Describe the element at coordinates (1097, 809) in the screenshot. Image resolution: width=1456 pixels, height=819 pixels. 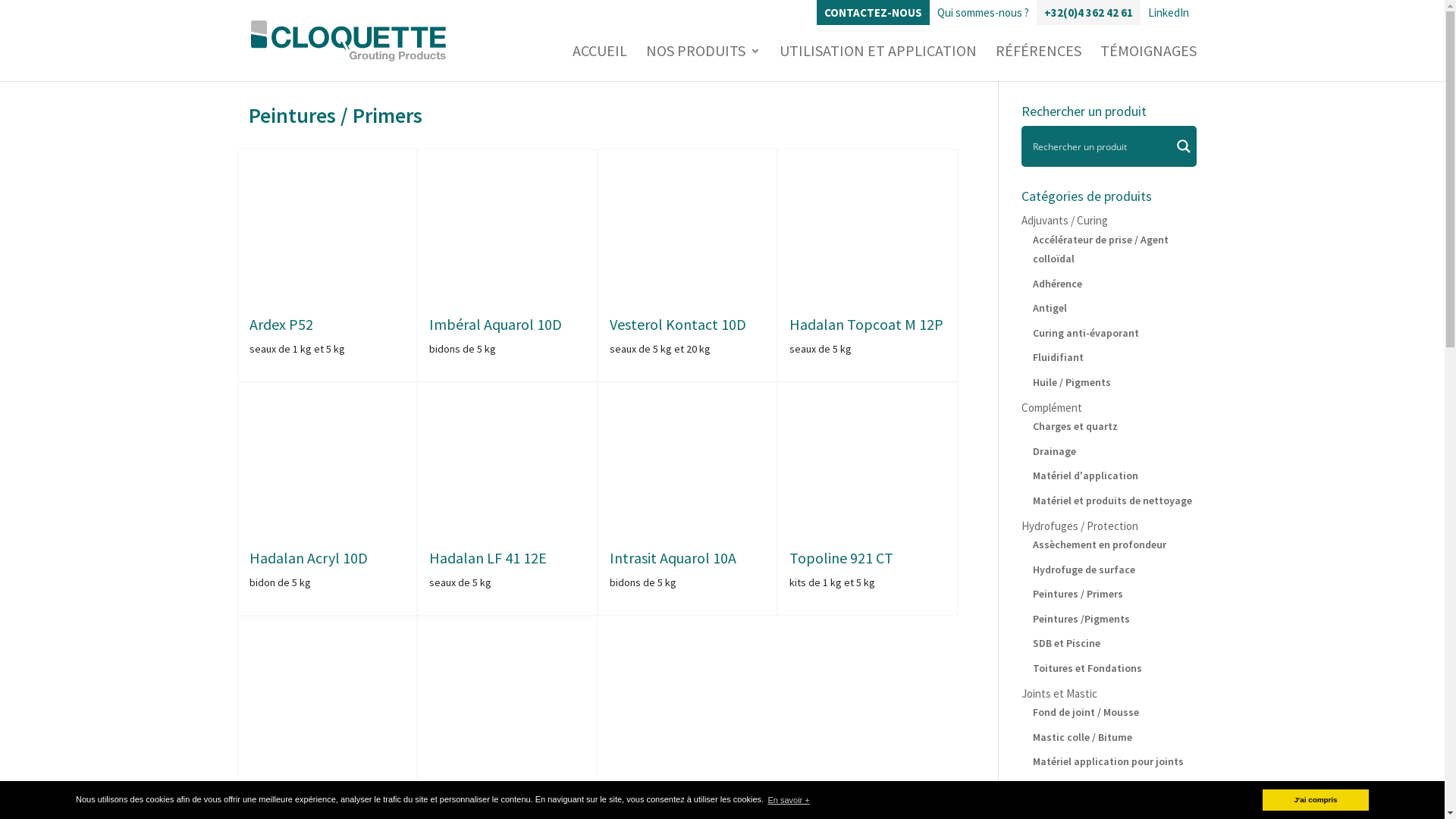
I see `'Scellement/rejointoiement'` at that location.